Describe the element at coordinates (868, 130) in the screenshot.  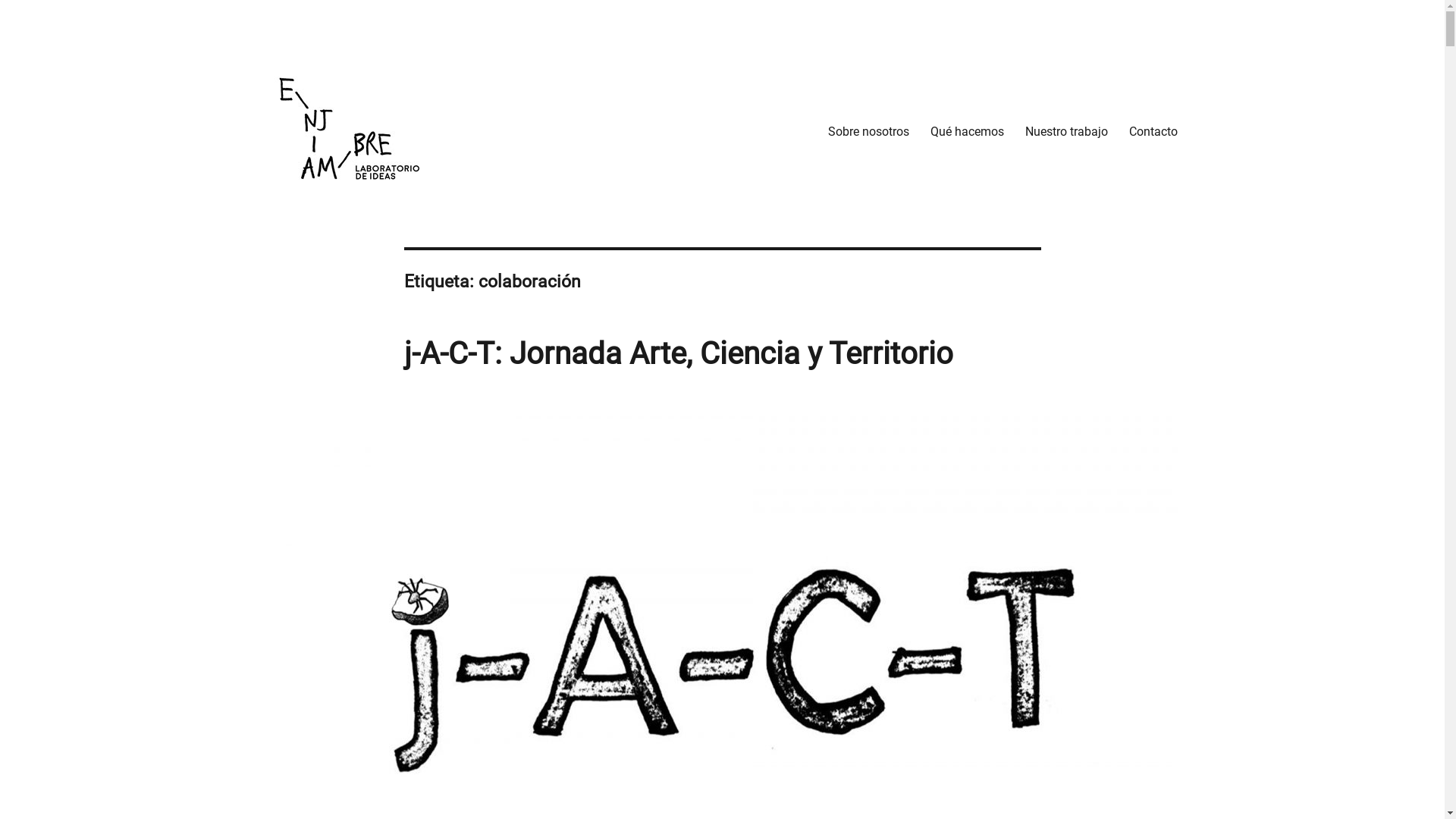
I see `'Sobre nosotros'` at that location.